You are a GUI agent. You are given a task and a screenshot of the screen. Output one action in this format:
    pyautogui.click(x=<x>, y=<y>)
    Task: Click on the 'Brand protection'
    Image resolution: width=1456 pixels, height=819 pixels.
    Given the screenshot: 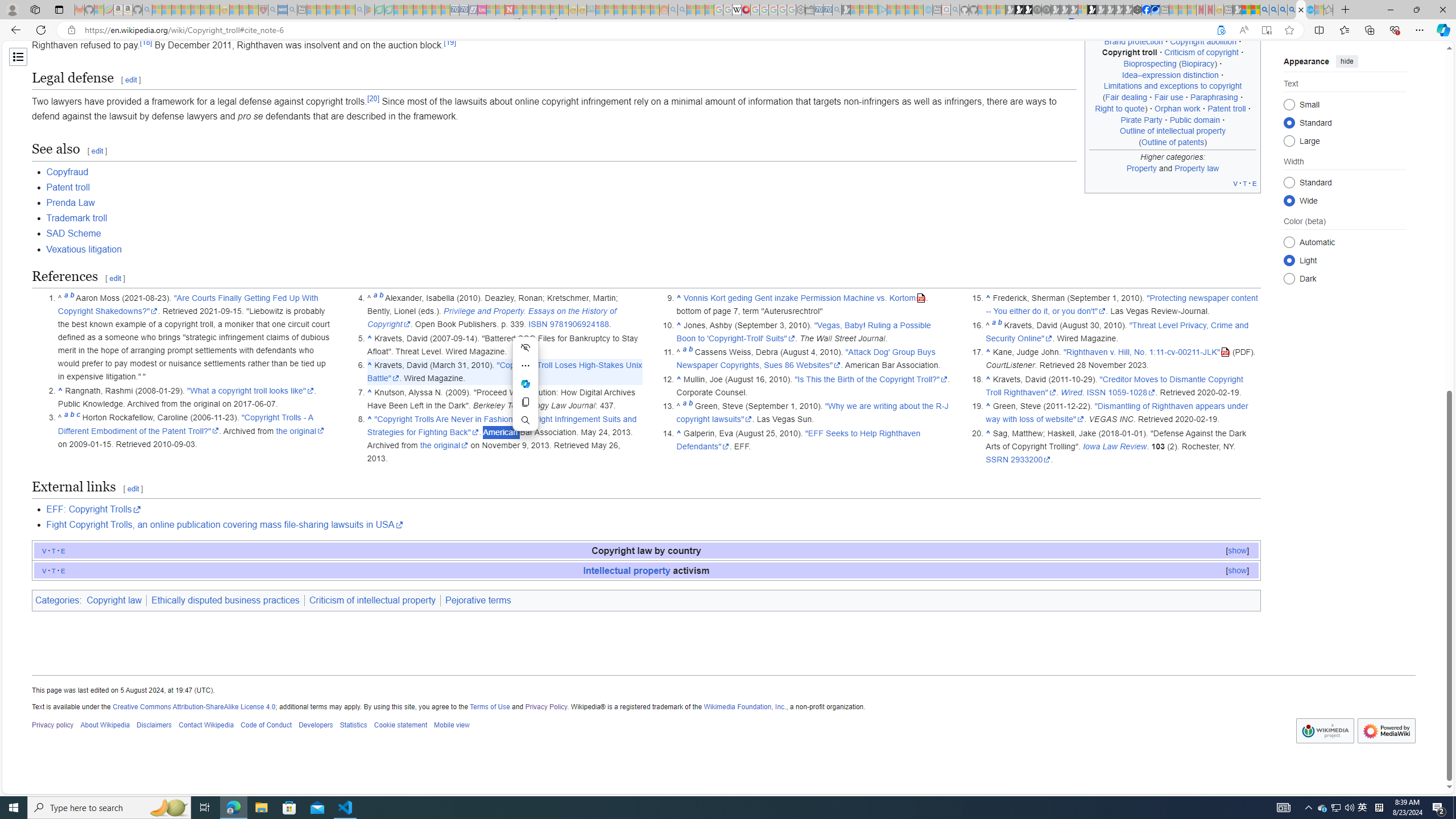 What is the action you would take?
    pyautogui.click(x=1133, y=41)
    